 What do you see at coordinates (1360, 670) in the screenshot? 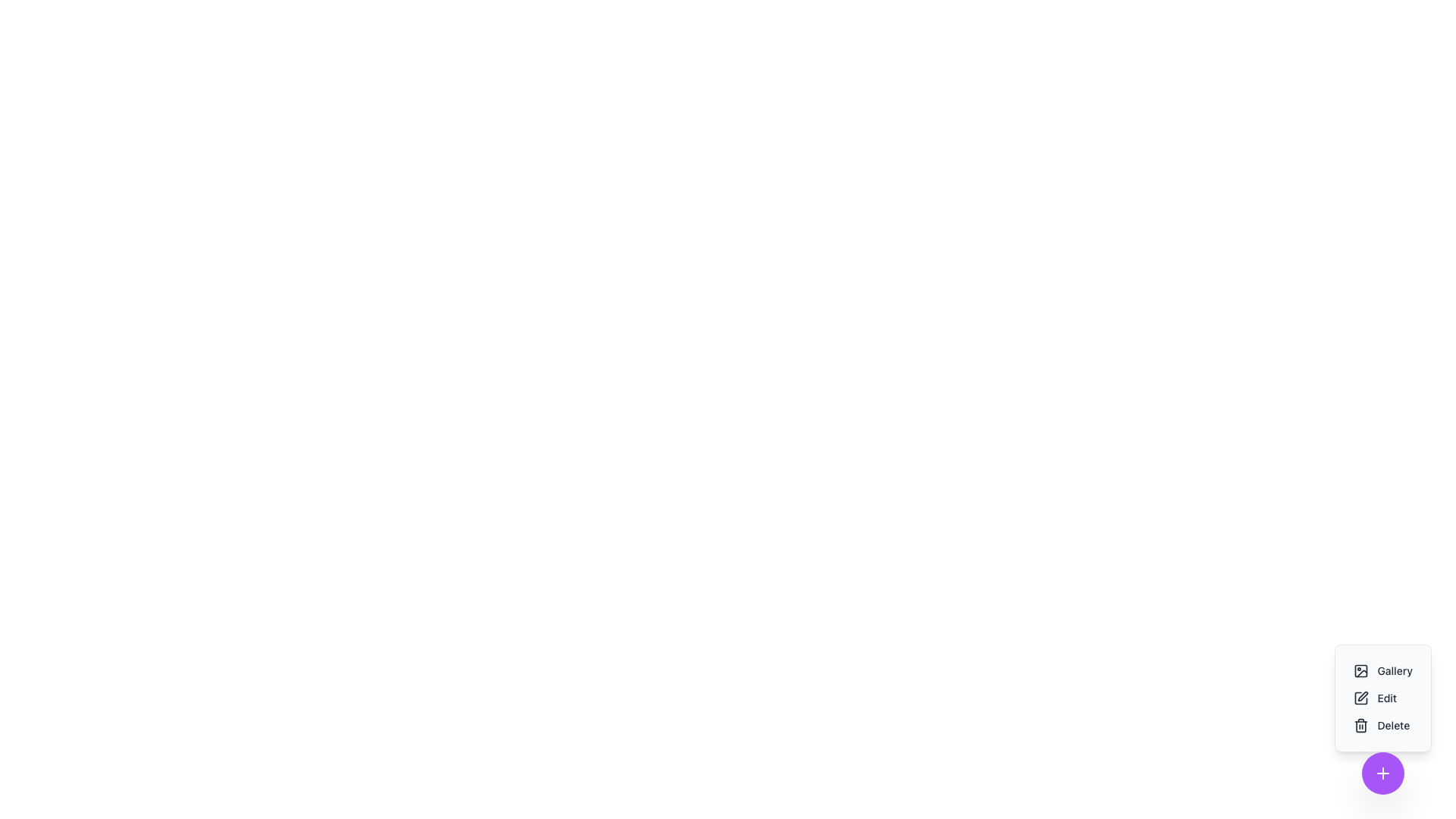
I see `the gallery icon, which has a square outline with rounded edges and a circular object inside, located in the topmost position of the vertical menu labeled 'Gallery'` at bounding box center [1360, 670].